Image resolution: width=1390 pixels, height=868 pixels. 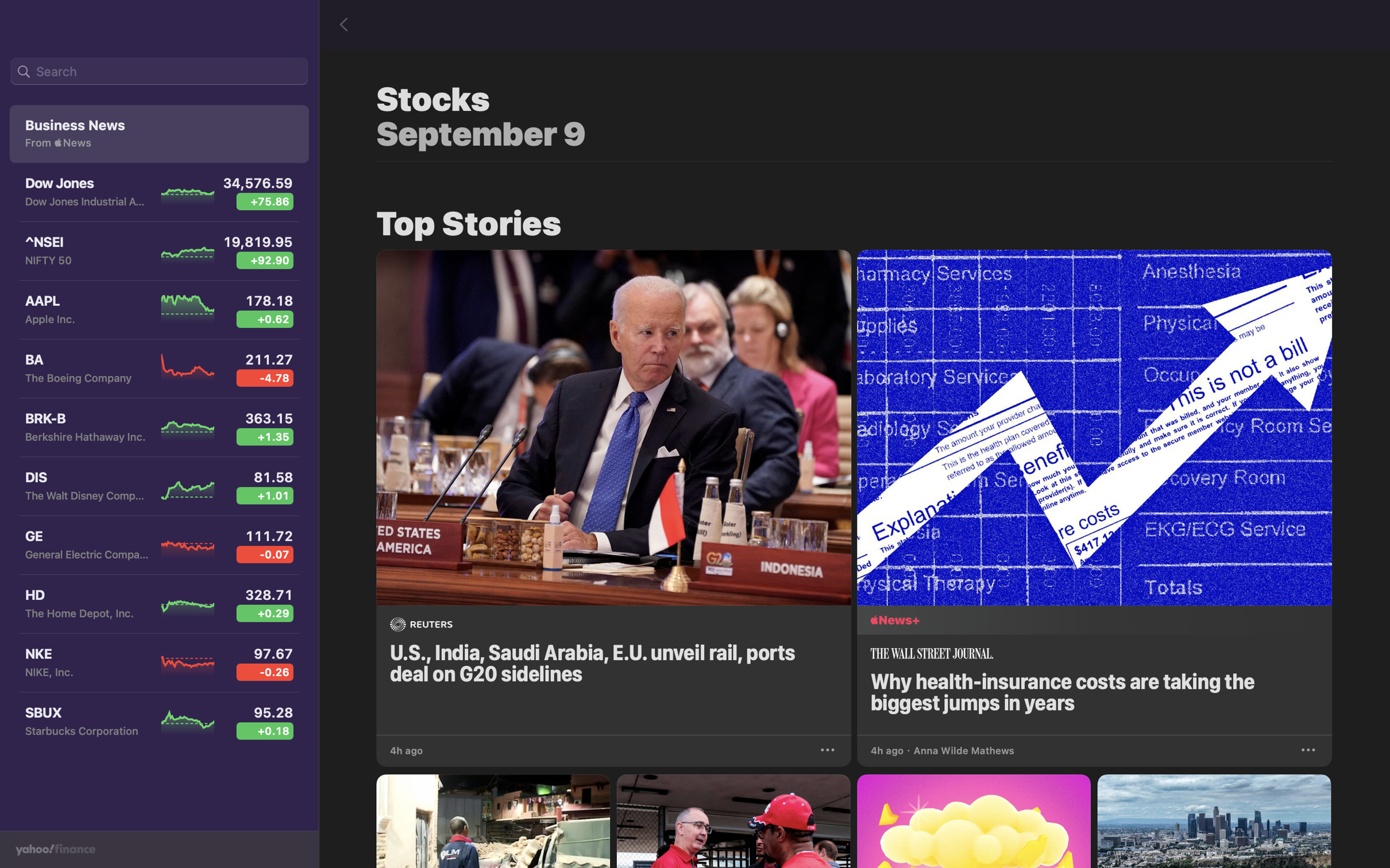 What do you see at coordinates (1307, 749) in the screenshot?
I see `Store the recent health insurance article` at bounding box center [1307, 749].